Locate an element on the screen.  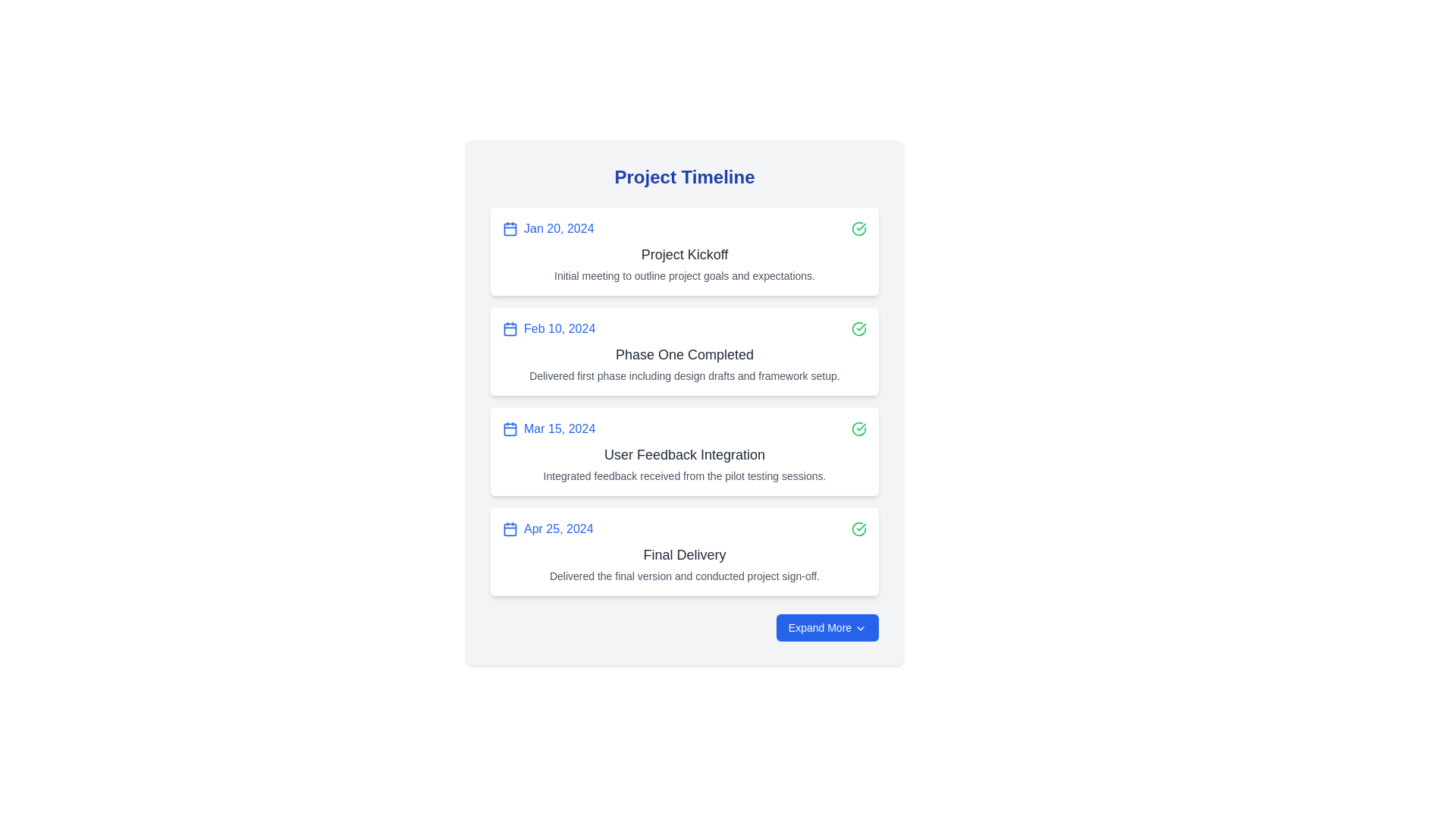
static text label that titles the event 'Mar 15, 2024 User Feedback Integration' located in the third timeline card is located at coordinates (683, 454).